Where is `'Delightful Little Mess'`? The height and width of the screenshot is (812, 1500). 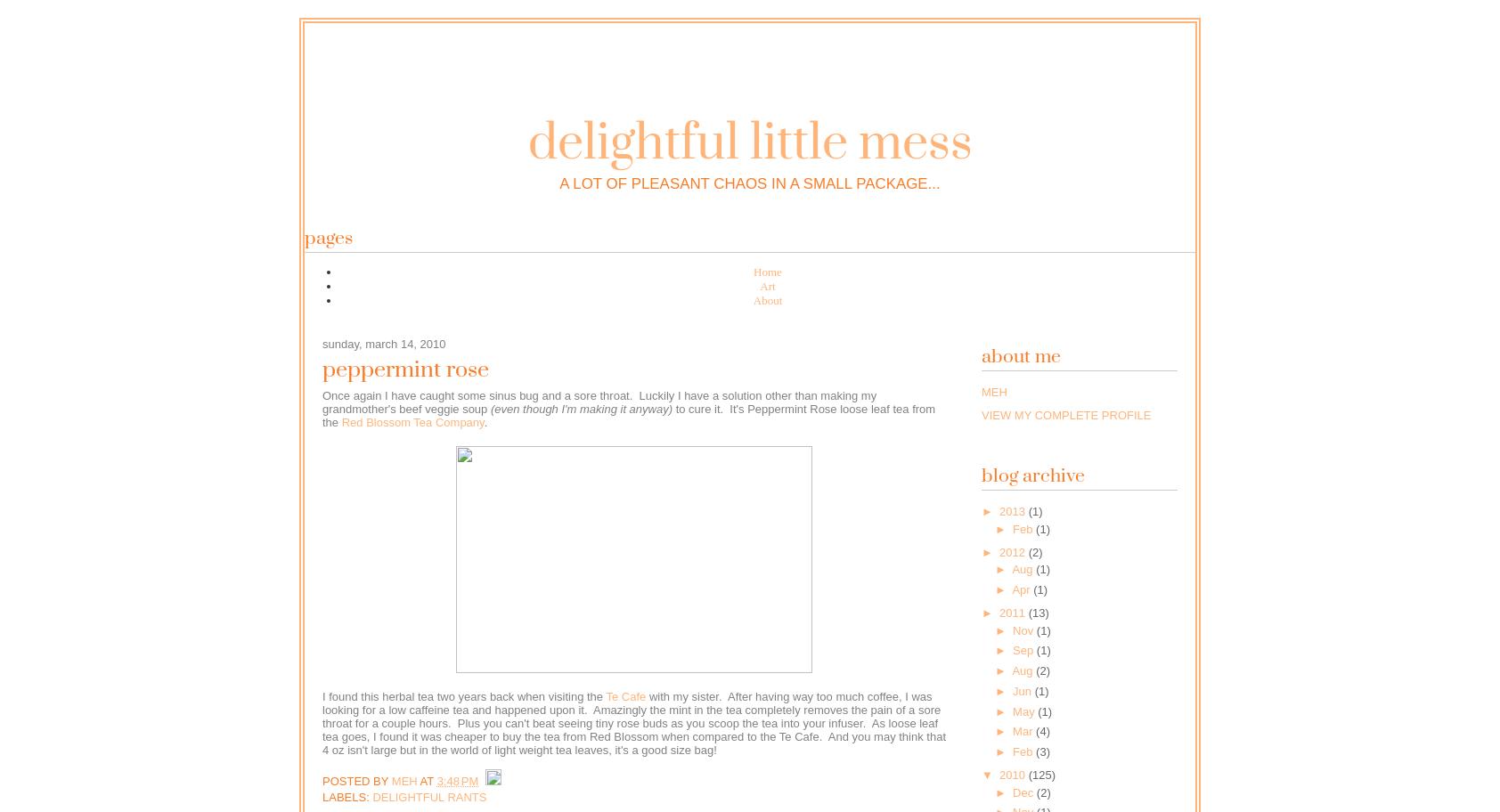
'Delightful Little Mess' is located at coordinates (749, 143).